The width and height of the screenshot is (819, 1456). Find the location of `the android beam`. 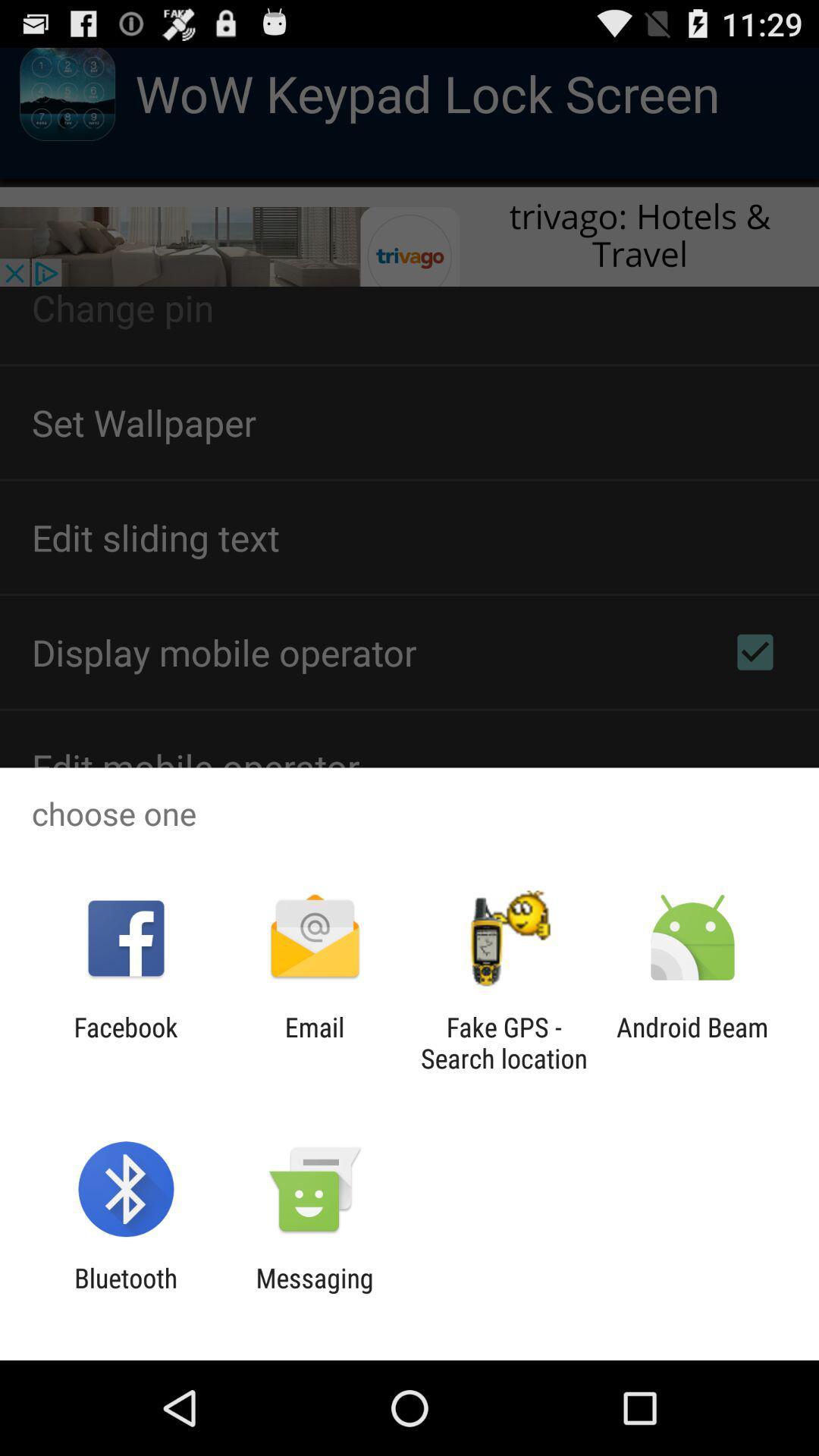

the android beam is located at coordinates (692, 1042).